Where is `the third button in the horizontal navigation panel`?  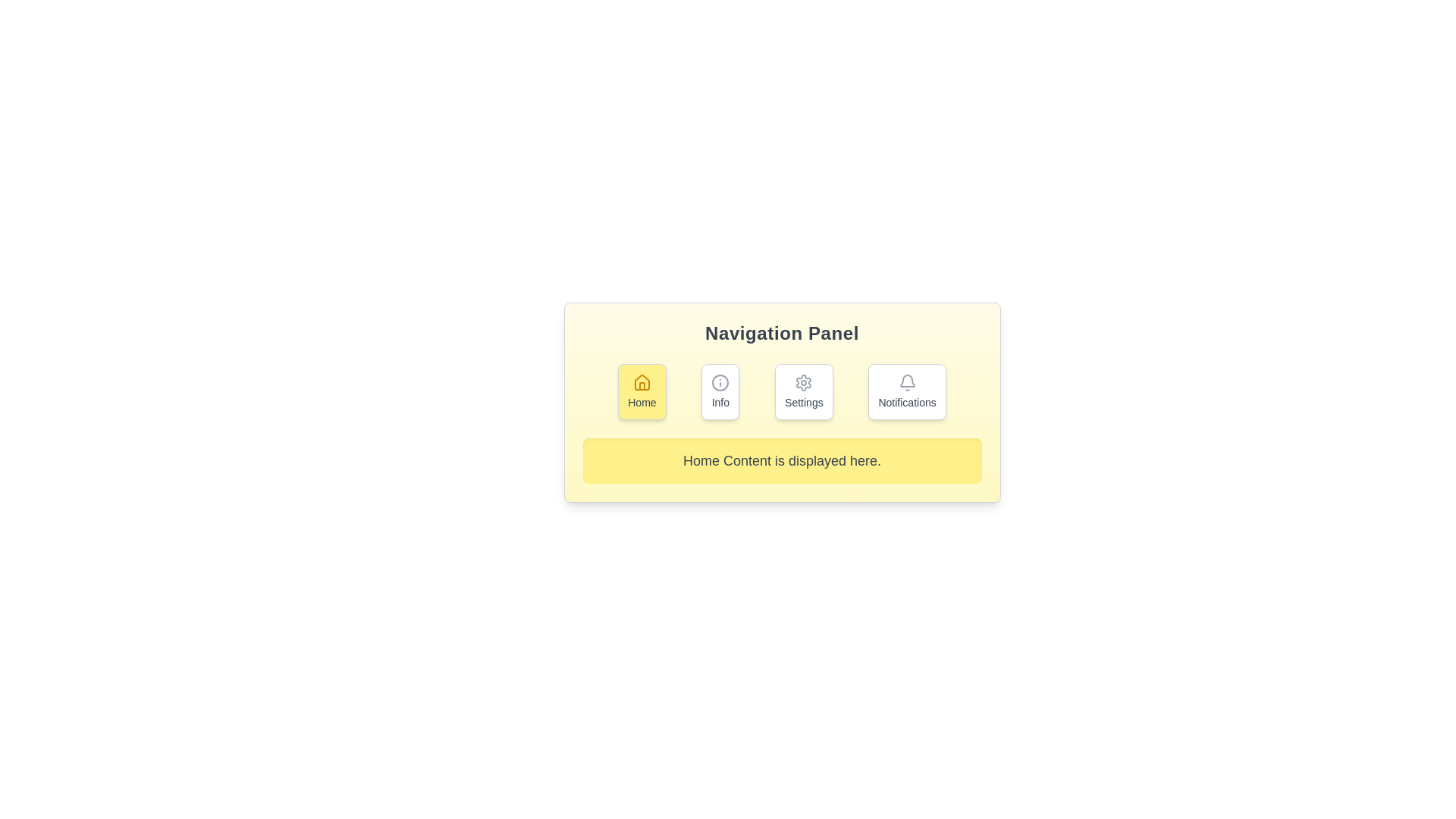 the third button in the horizontal navigation panel is located at coordinates (803, 391).